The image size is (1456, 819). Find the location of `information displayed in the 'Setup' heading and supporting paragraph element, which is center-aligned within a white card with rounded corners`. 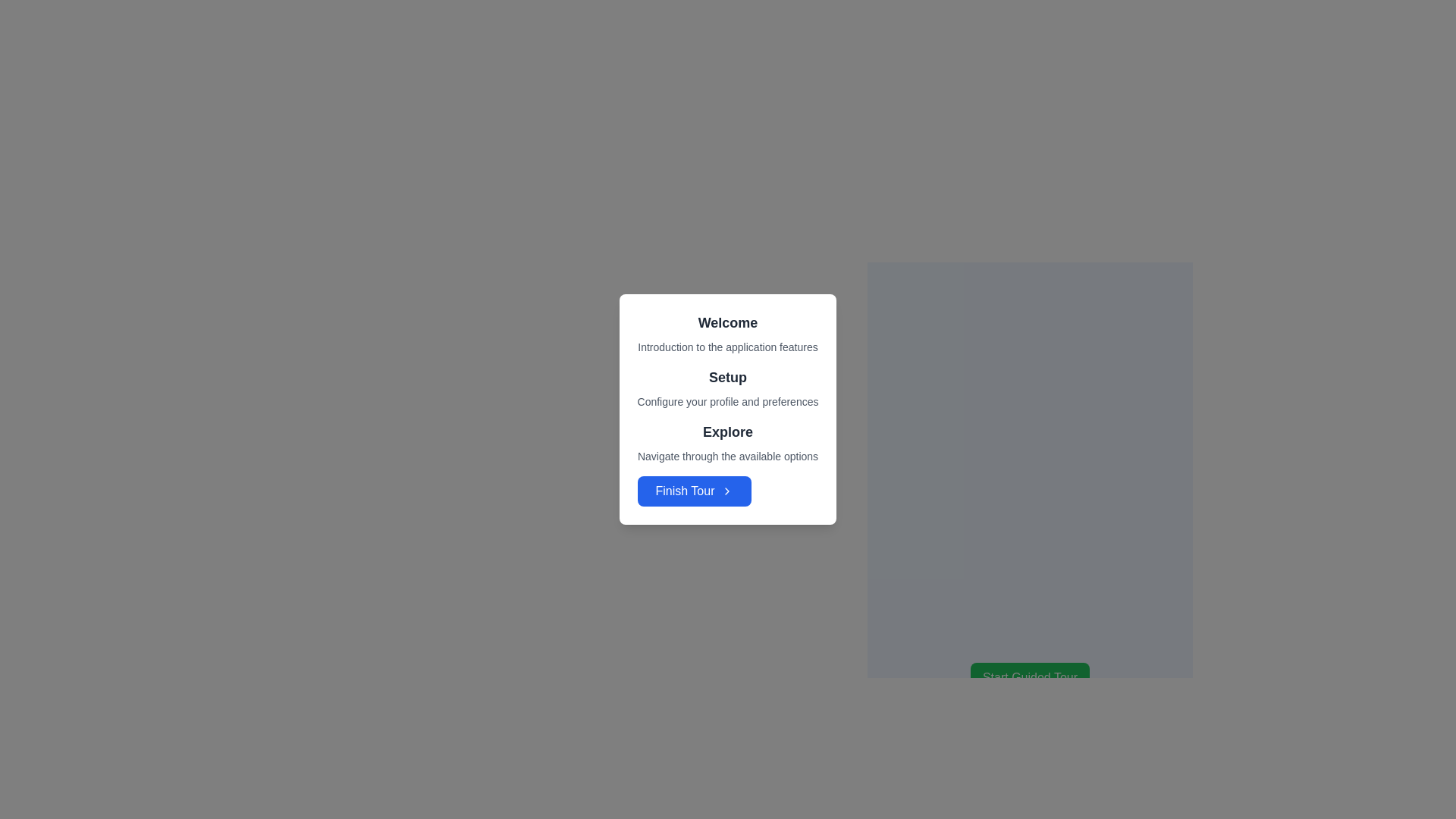

information displayed in the 'Setup' heading and supporting paragraph element, which is center-aligned within a white card with rounded corners is located at coordinates (728, 388).